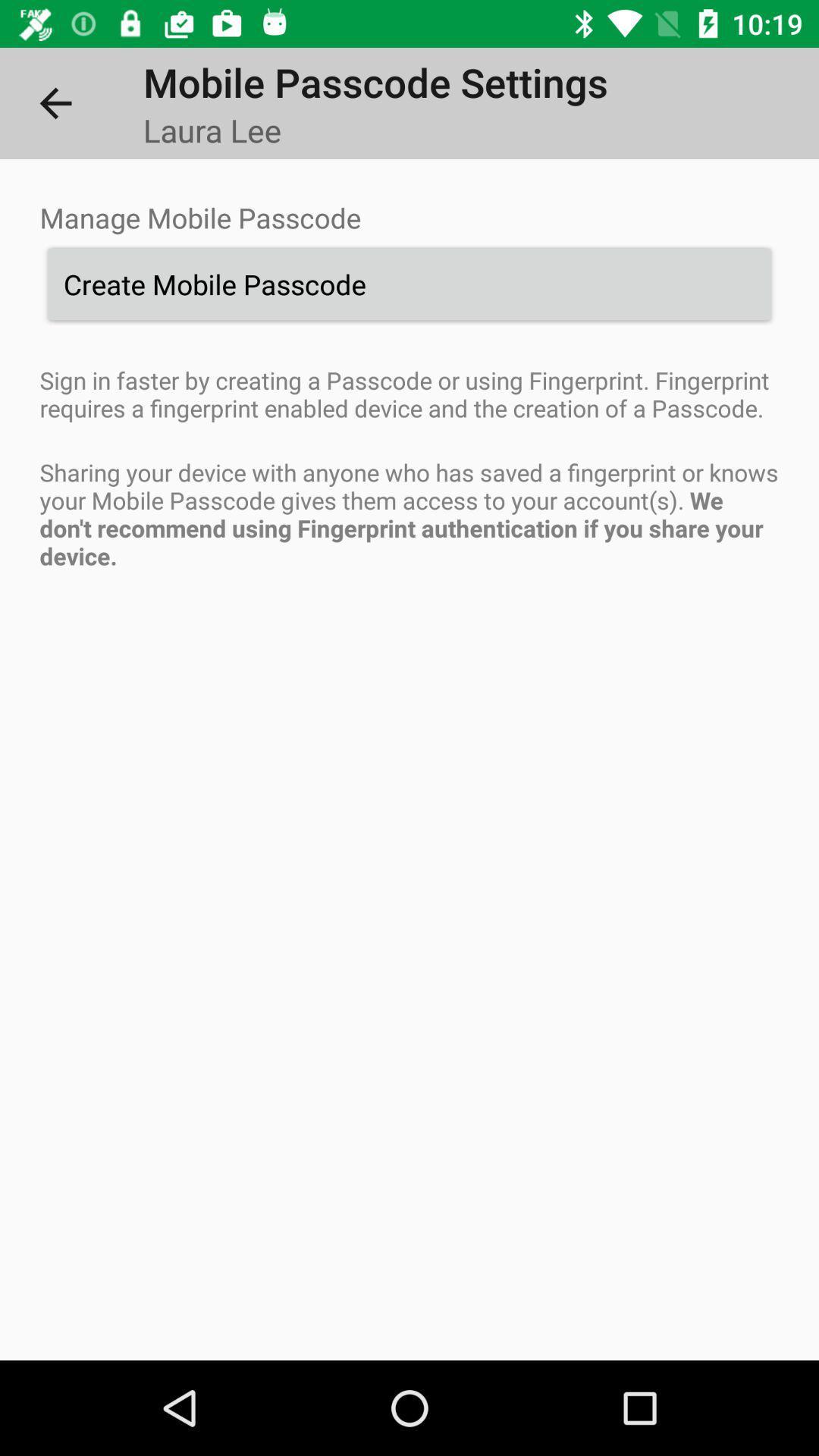  What do you see at coordinates (55, 102) in the screenshot?
I see `item above manage mobile passcode item` at bounding box center [55, 102].